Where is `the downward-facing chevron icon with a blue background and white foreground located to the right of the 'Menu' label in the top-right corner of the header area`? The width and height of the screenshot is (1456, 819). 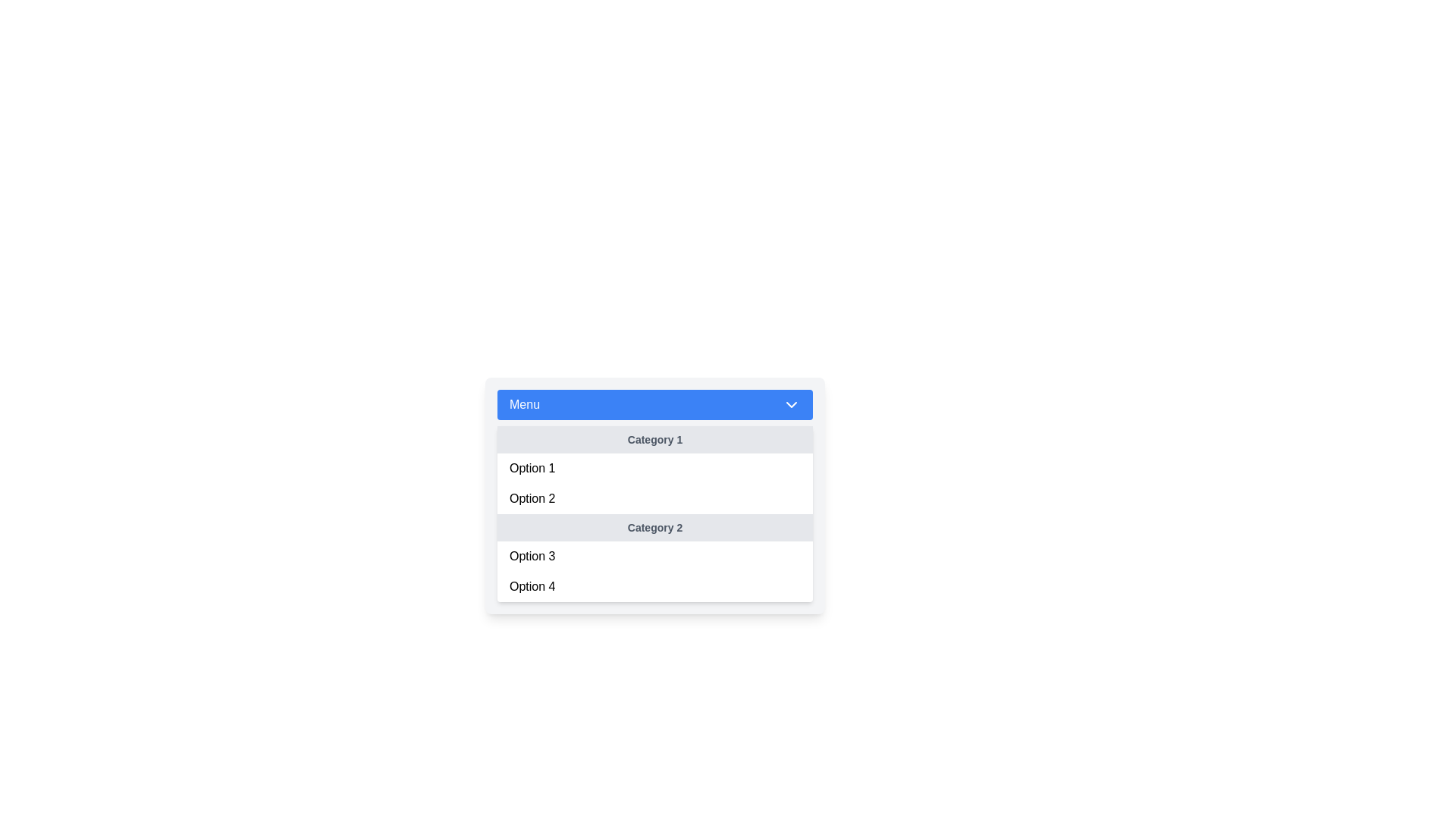 the downward-facing chevron icon with a blue background and white foreground located to the right of the 'Menu' label in the top-right corner of the header area is located at coordinates (790, 403).